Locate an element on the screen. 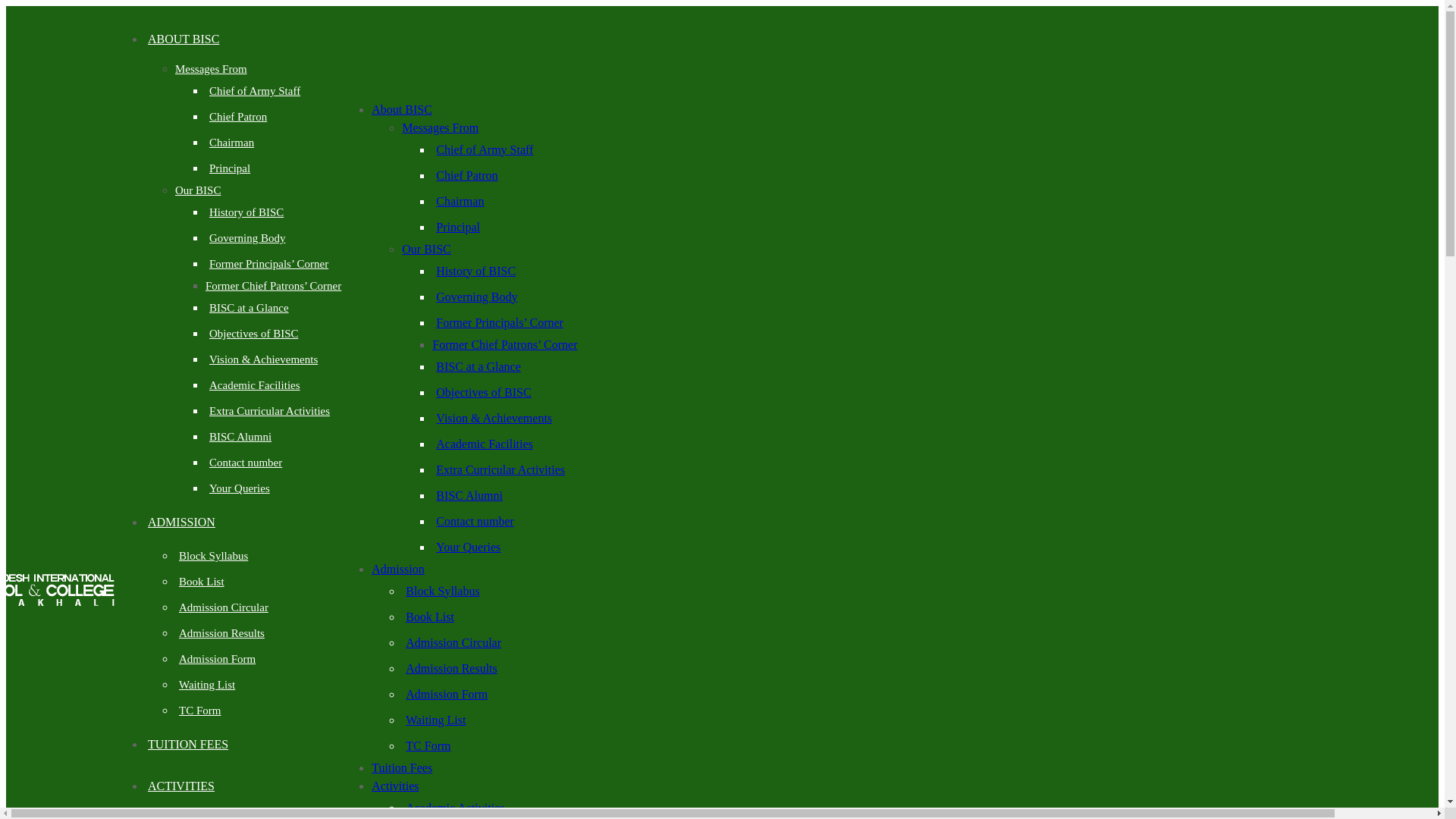  'Admission' is located at coordinates (371, 569).